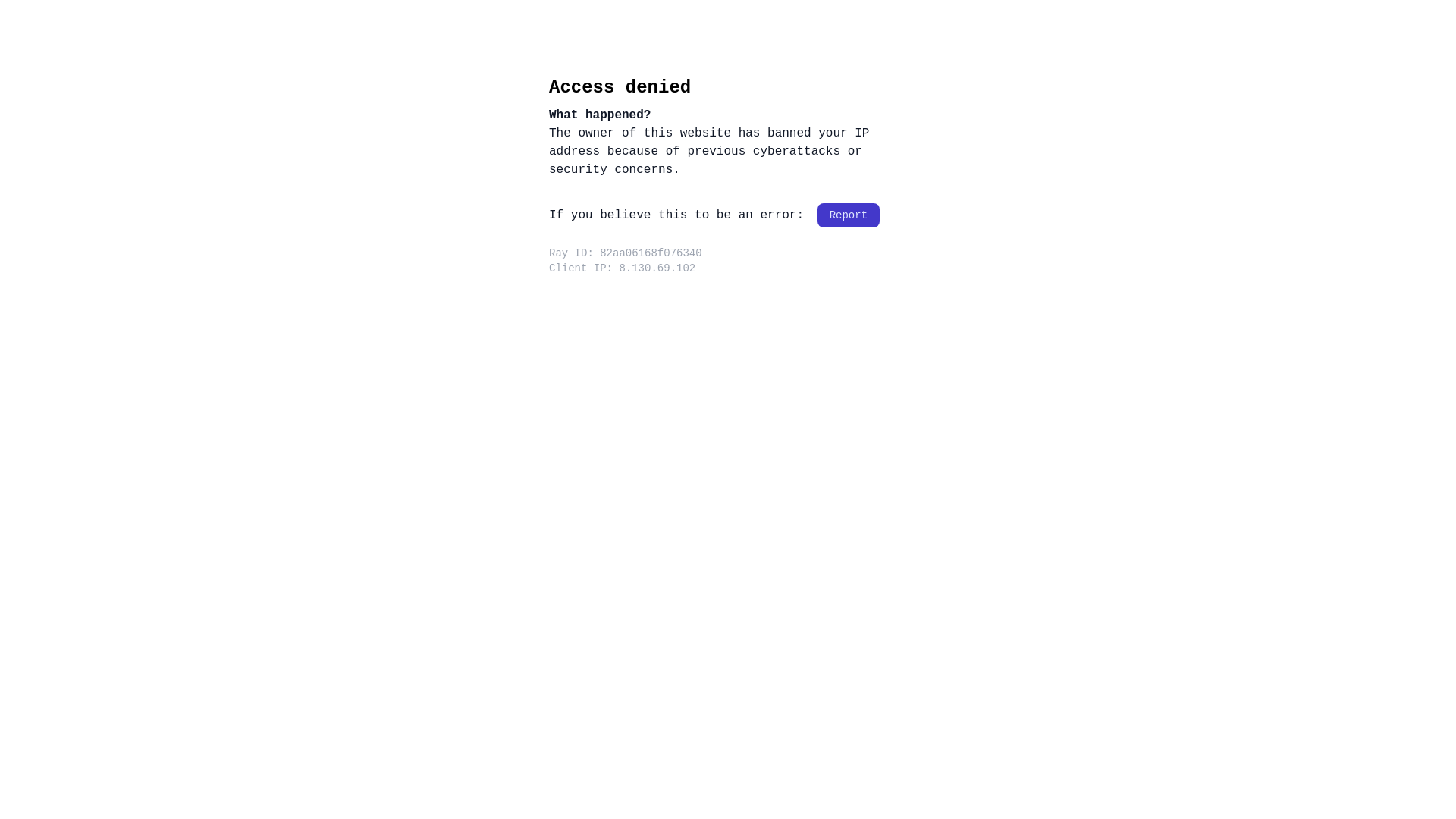 The image size is (1456, 819). Describe the element at coordinates (847, 215) in the screenshot. I see `'Report'` at that location.